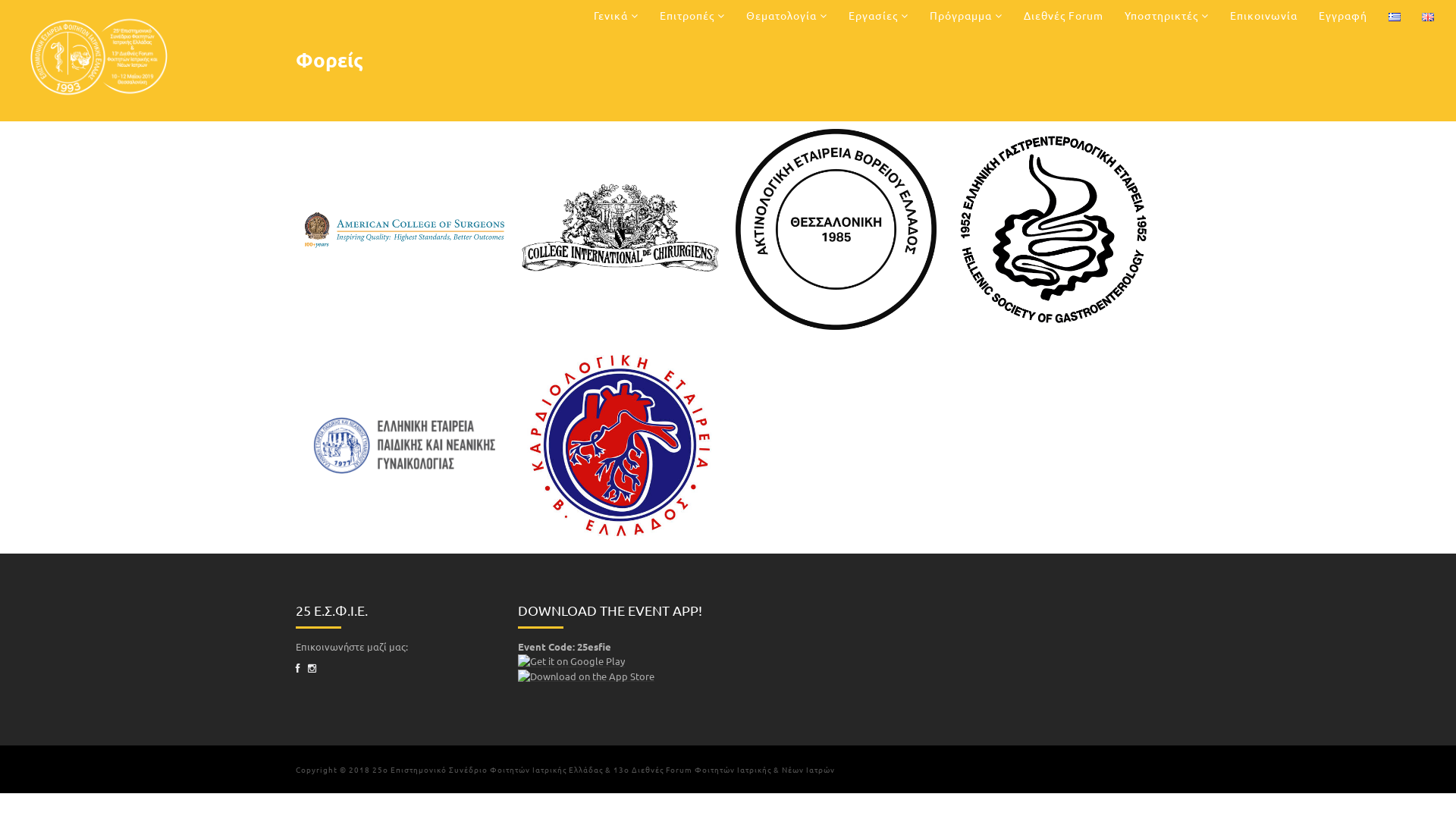  What do you see at coordinates (1426, 17) in the screenshot?
I see `'English'` at bounding box center [1426, 17].